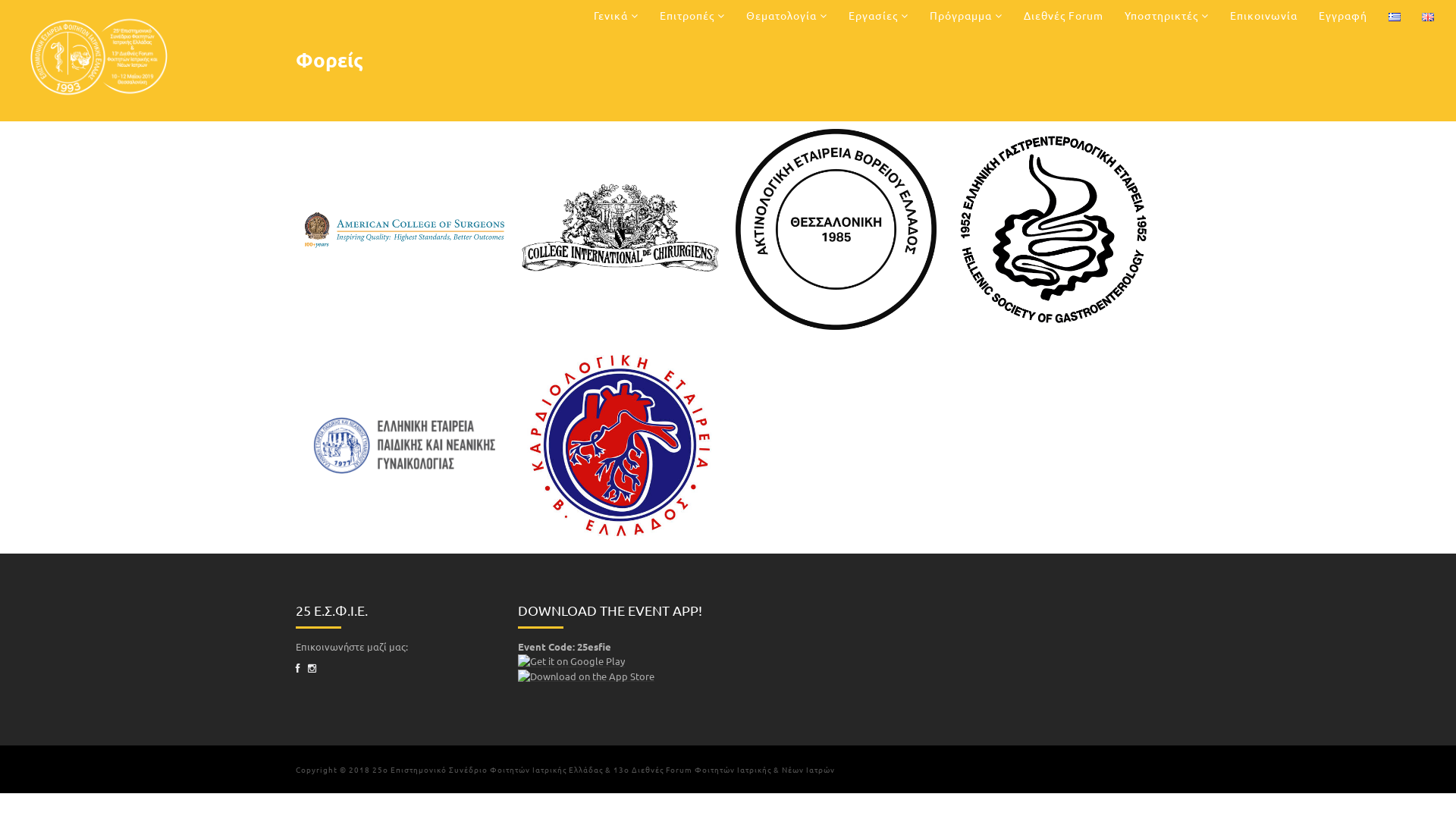  What do you see at coordinates (1426, 17) in the screenshot?
I see `'English'` at bounding box center [1426, 17].